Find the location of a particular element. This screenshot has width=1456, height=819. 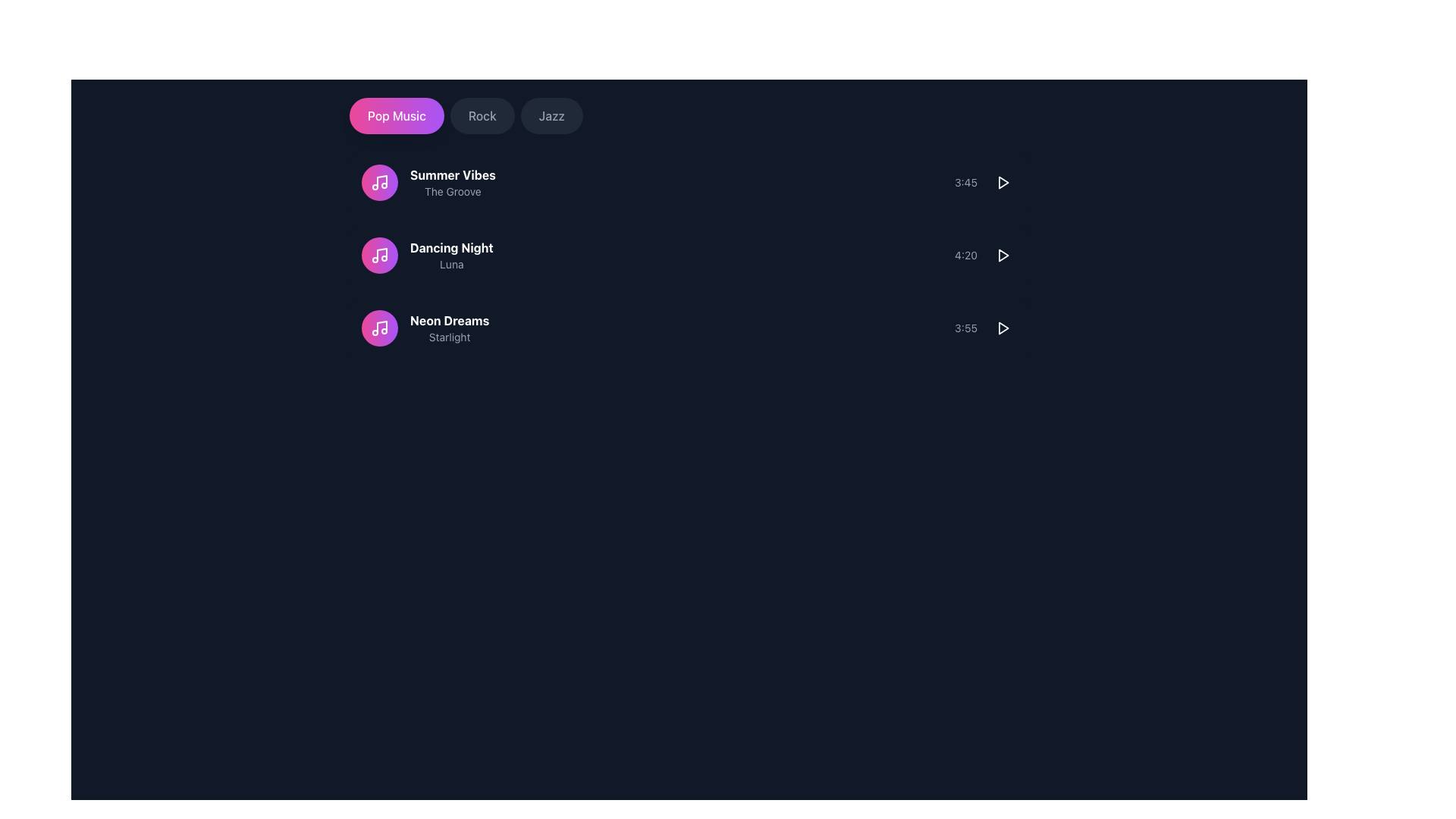

the descriptive text label displaying 'Luna' located below the bold 'Dancing Night' text is located at coordinates (450, 263).